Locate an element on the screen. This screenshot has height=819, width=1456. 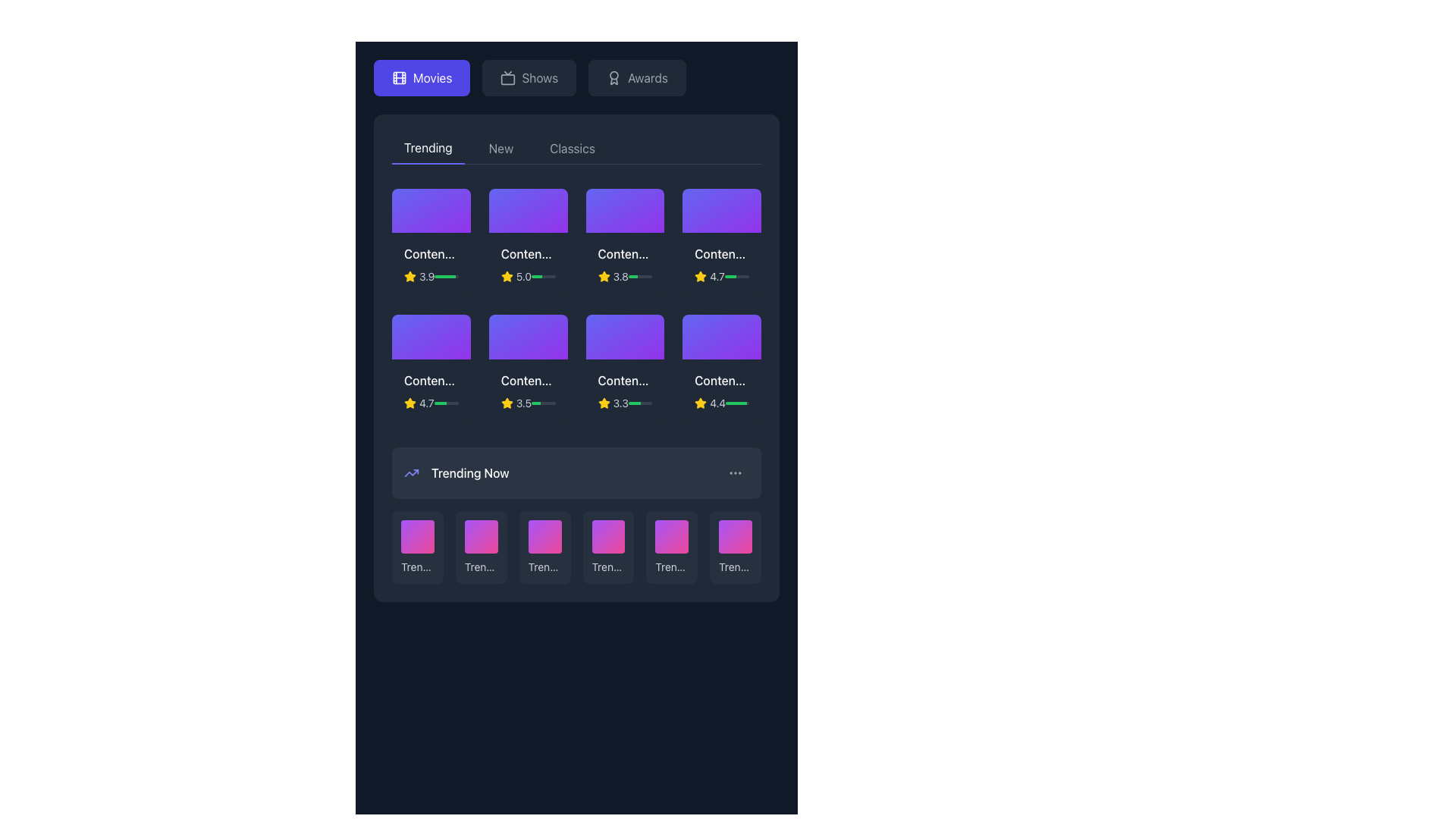
the title label of the content item located in the fourth card of the second row under the 'Trending' section is located at coordinates (721, 253).